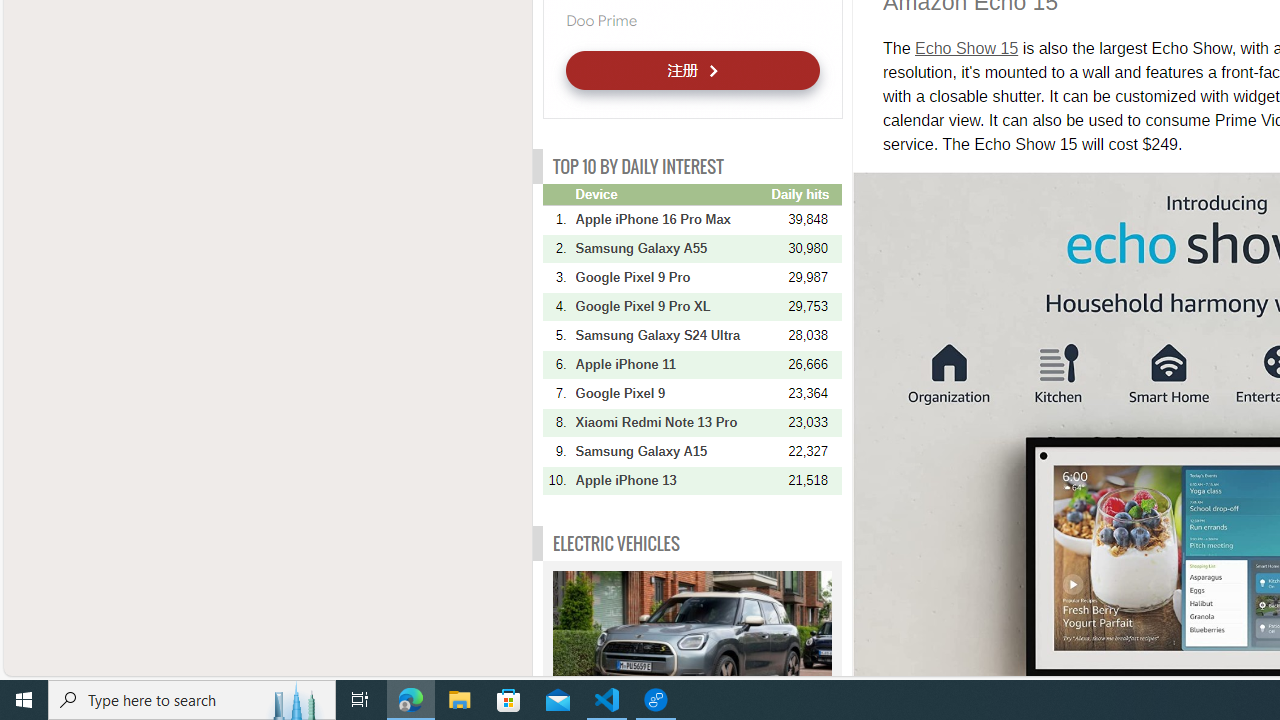 The width and height of the screenshot is (1280, 720). I want to click on 'Samsung Galaxy A55', so click(671, 247).